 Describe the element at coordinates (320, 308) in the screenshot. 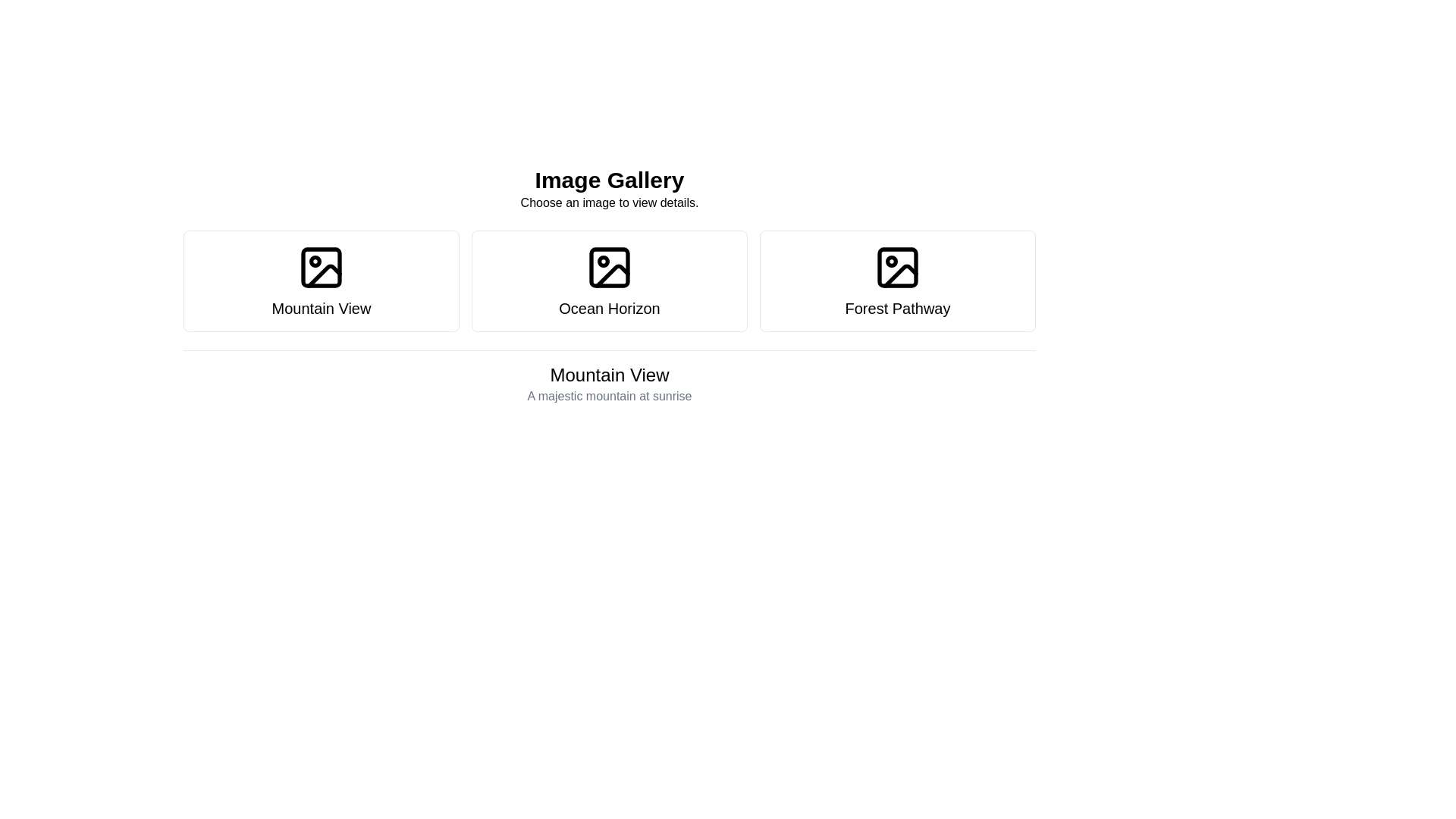

I see `text label 'Mountain View' located beneath the mountain image icon, centered on the first card in the image gallery interface` at that location.